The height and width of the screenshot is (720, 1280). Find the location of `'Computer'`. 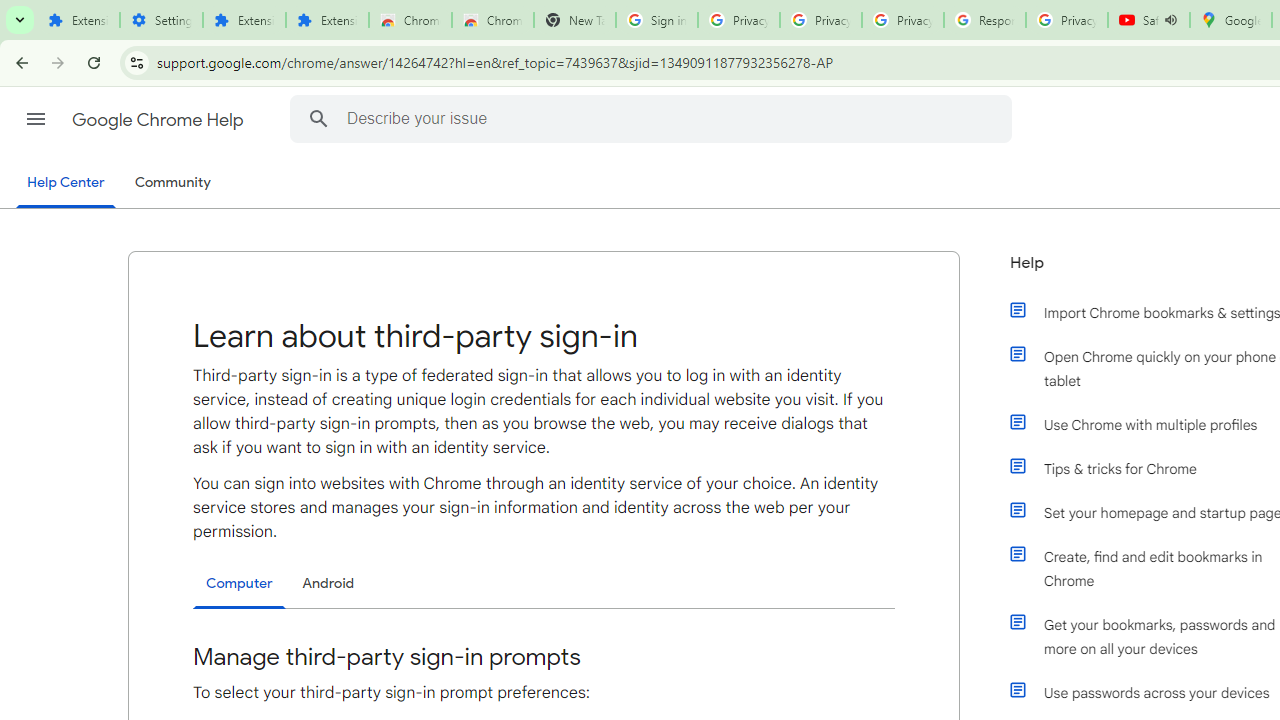

'Computer' is located at coordinates (239, 584).